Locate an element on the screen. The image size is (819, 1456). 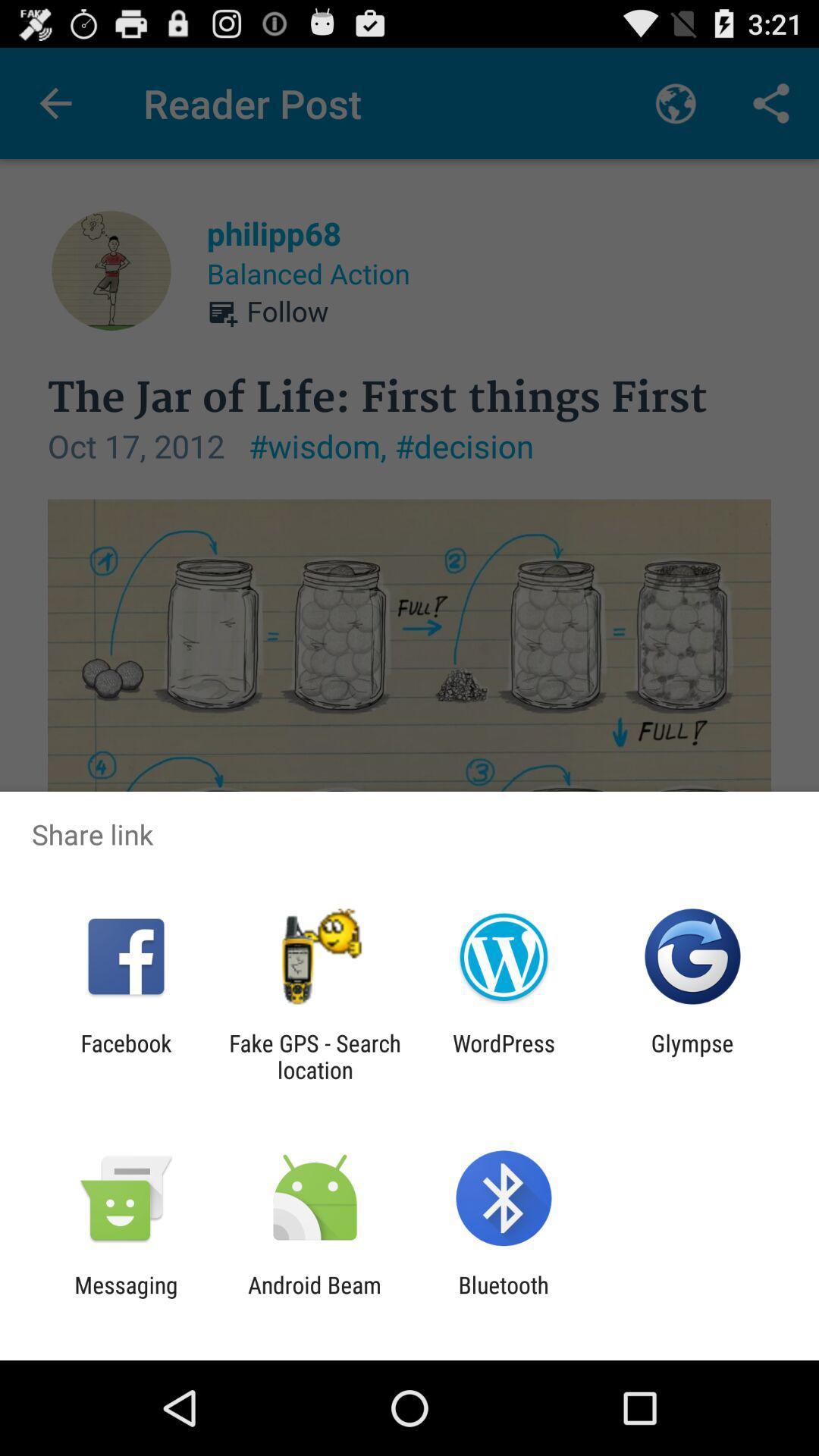
messaging app is located at coordinates (125, 1298).